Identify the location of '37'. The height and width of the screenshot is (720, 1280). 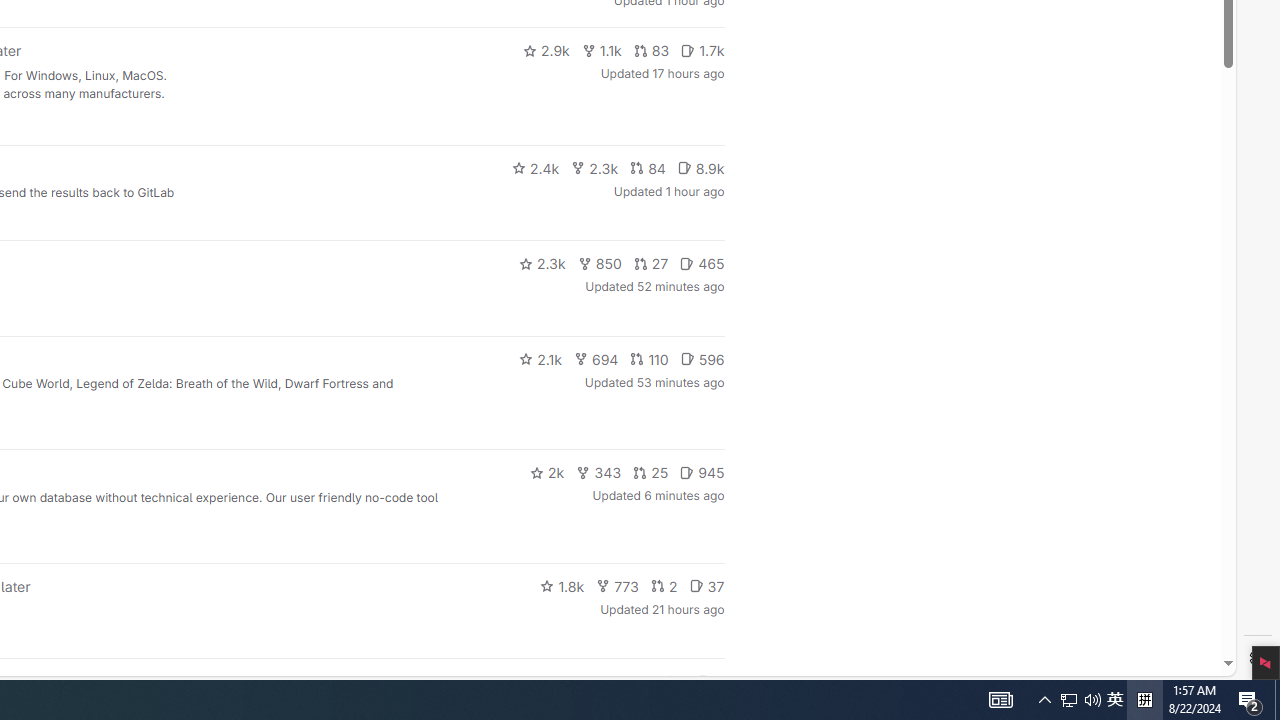
(706, 585).